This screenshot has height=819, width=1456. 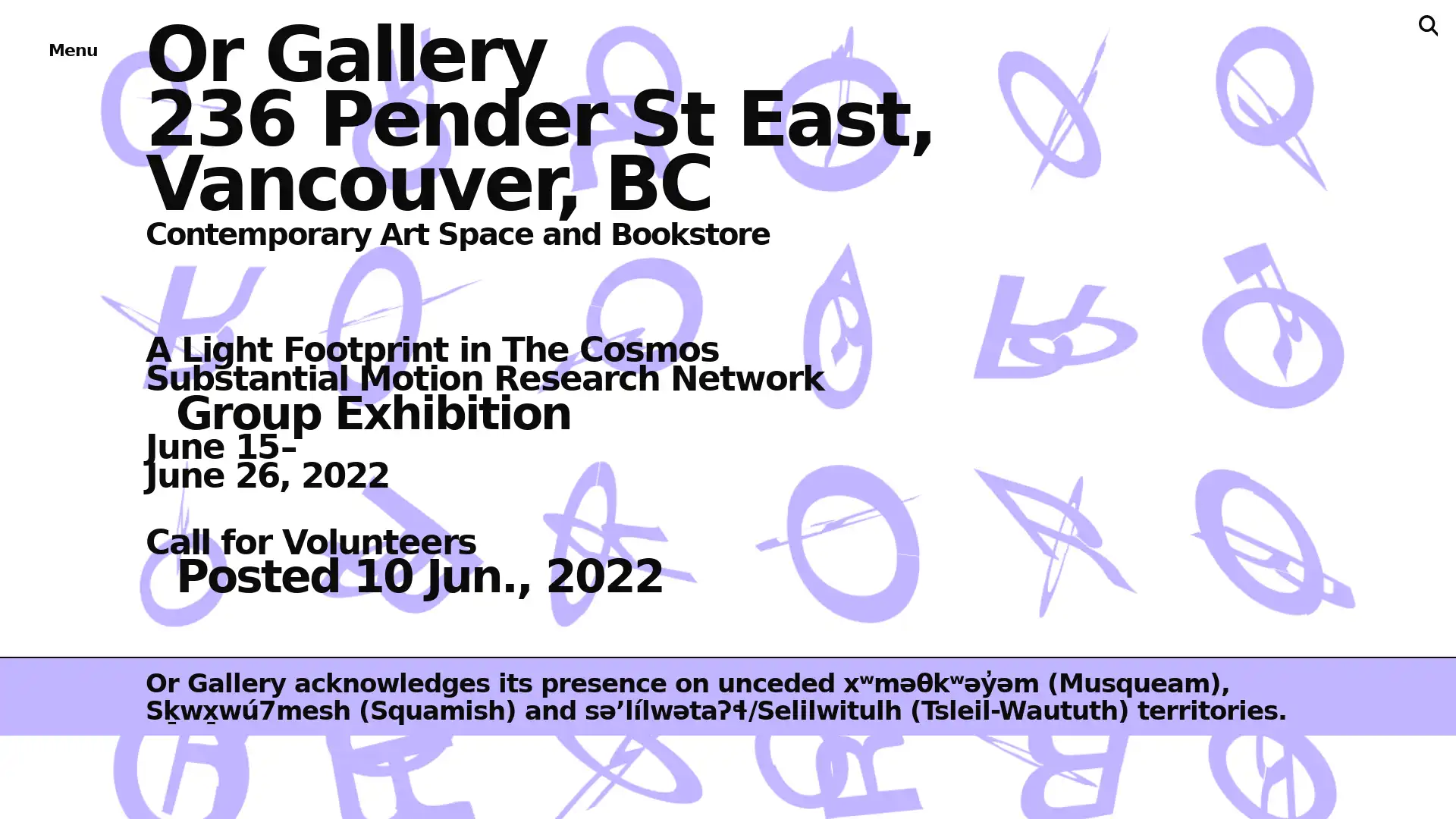 I want to click on Support, so click(x=329, y=672).